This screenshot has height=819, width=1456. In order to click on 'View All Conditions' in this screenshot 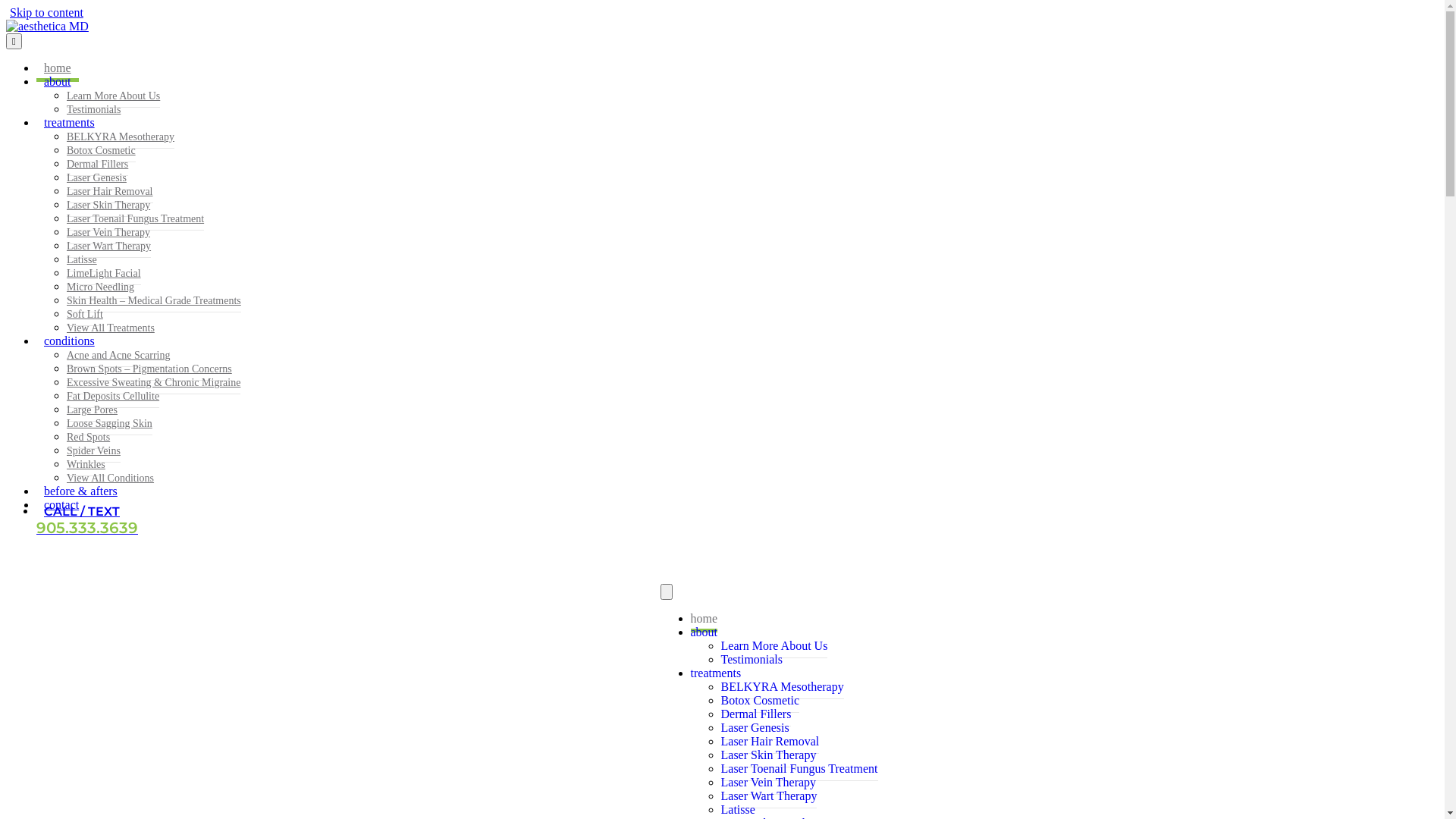, I will do `click(109, 478)`.